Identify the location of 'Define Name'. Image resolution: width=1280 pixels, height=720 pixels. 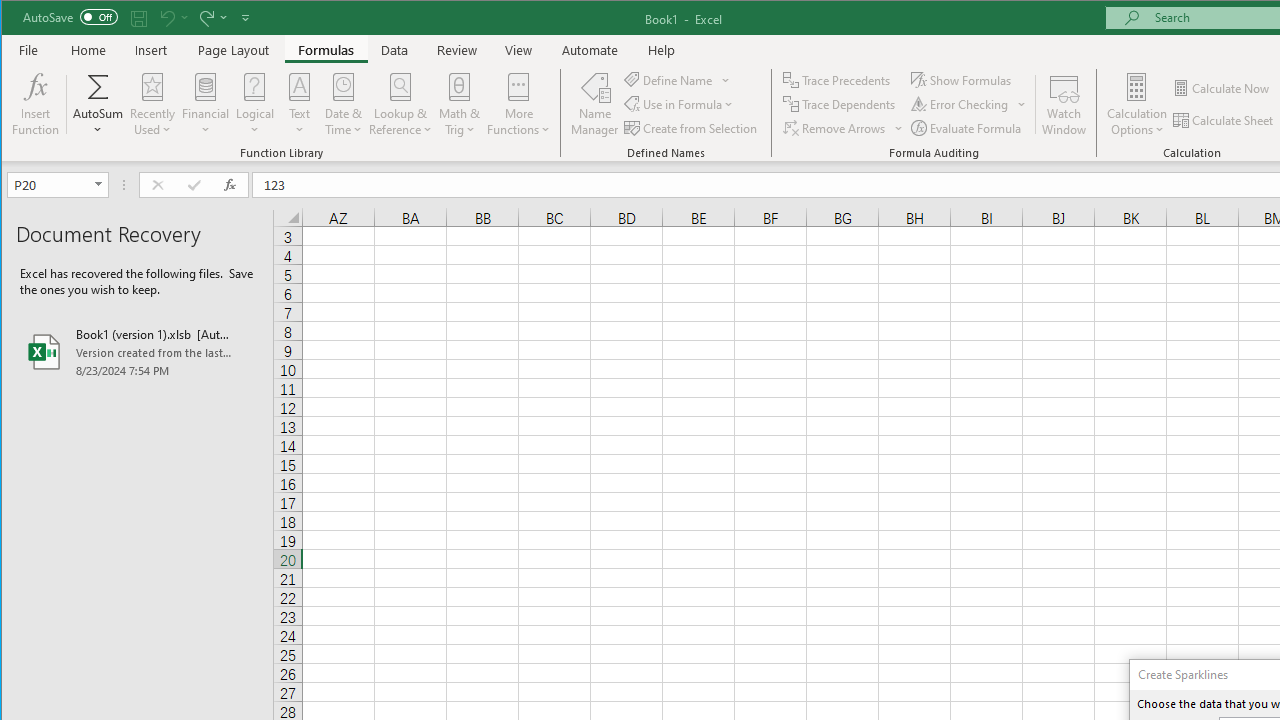
(677, 79).